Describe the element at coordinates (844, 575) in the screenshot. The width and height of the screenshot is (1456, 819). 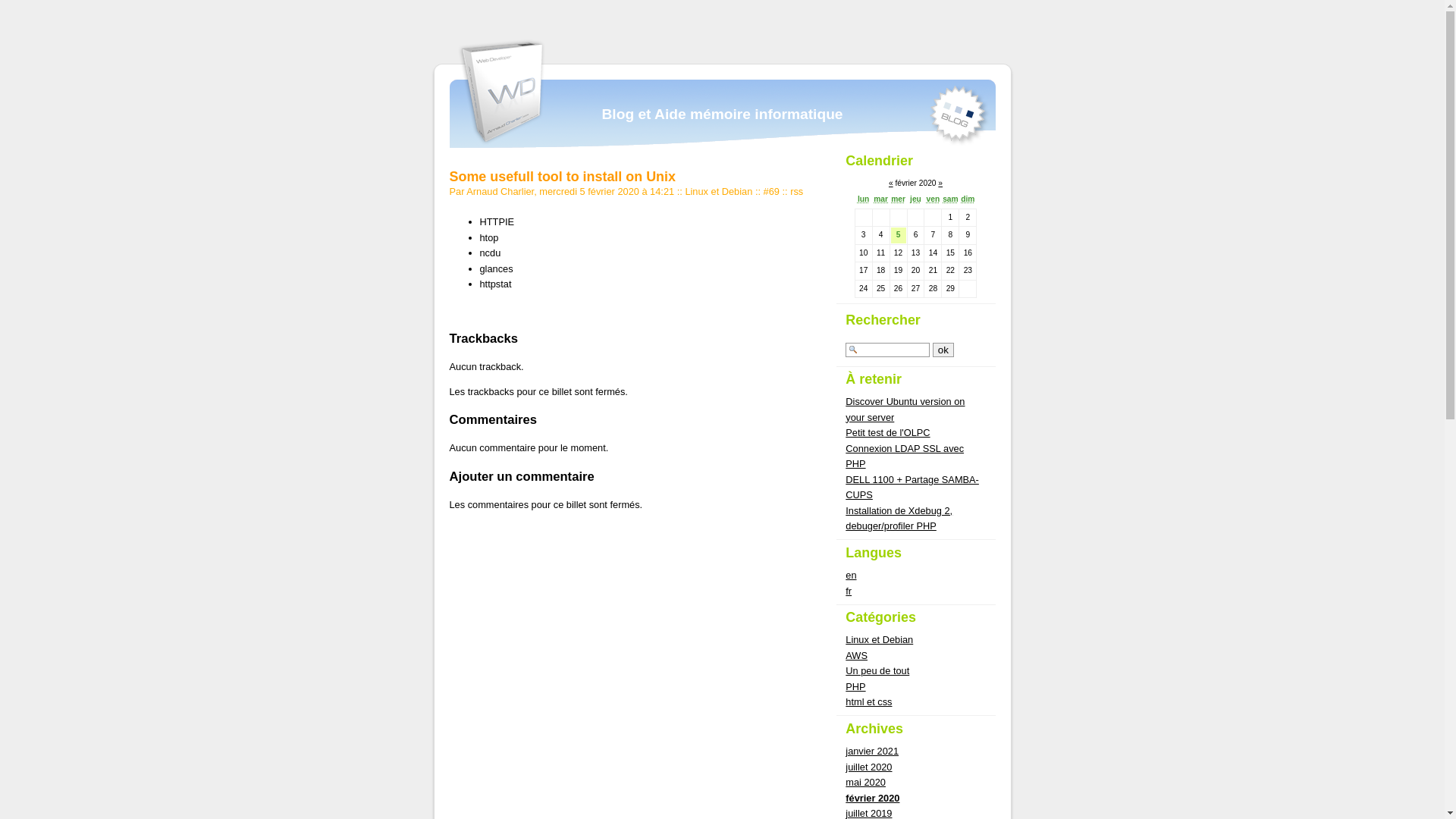
I see `'en'` at that location.